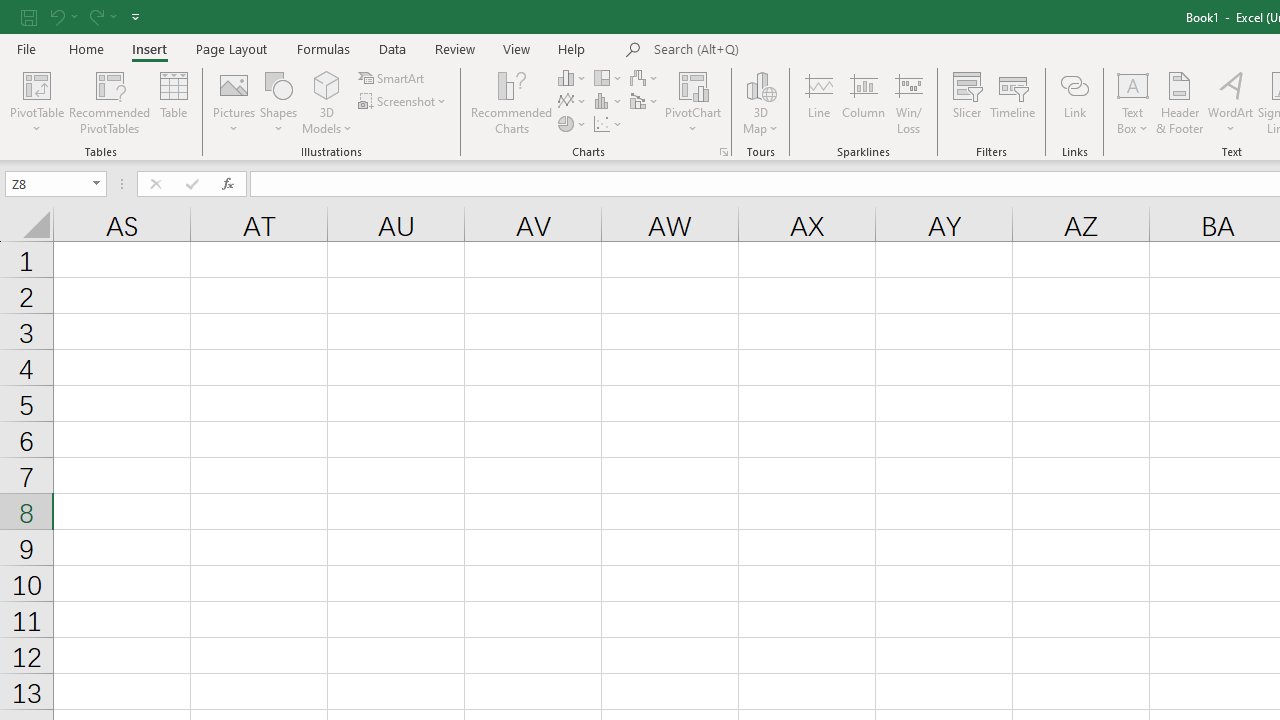 The width and height of the screenshot is (1280, 720). Describe the element at coordinates (645, 77) in the screenshot. I see `'Insert Waterfall, Funnel, Stock, Surface, or Radar Chart'` at that location.